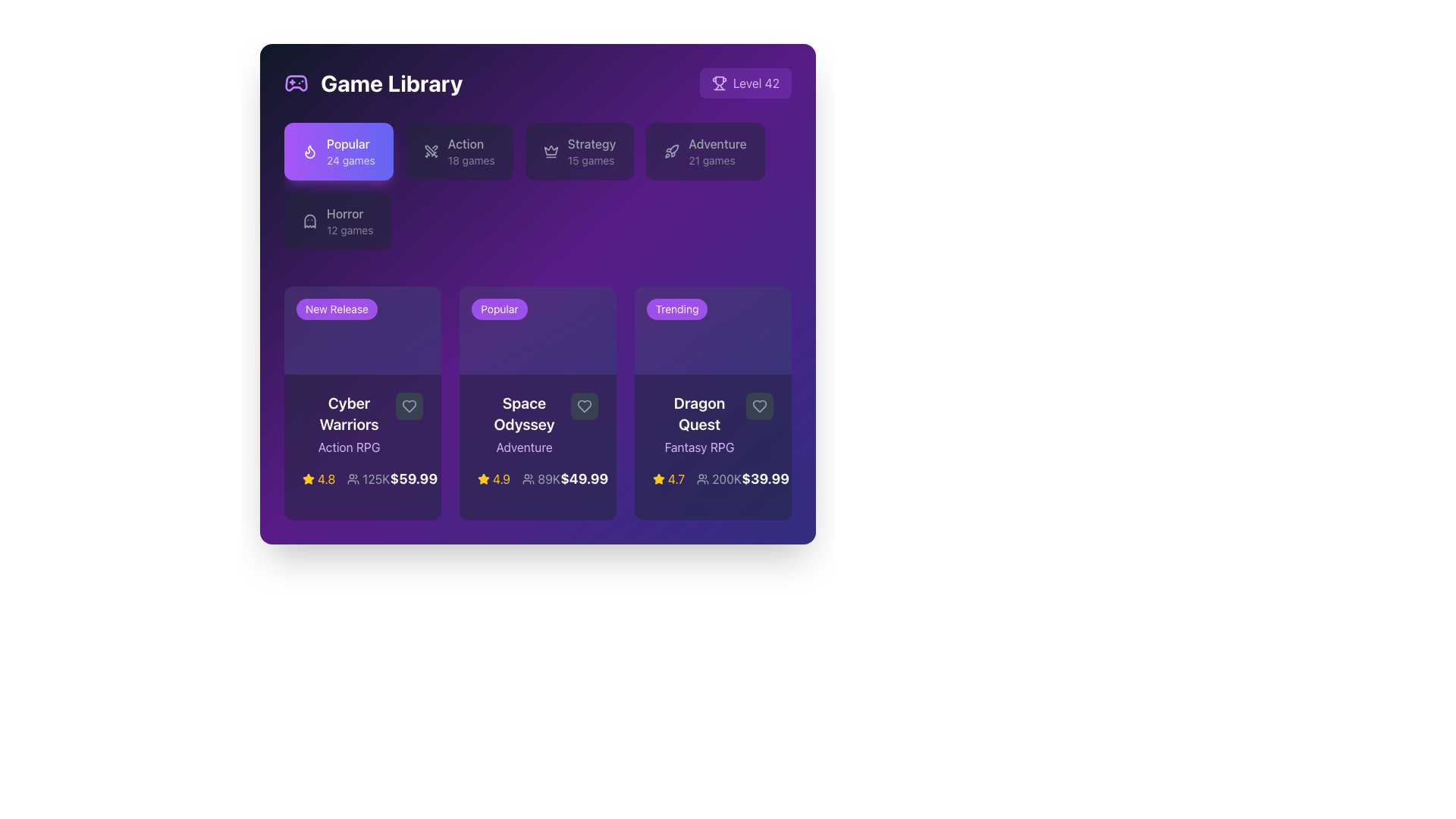  Describe the element at coordinates (712, 447) in the screenshot. I see `the 'Dragon Quest' card component` at that location.